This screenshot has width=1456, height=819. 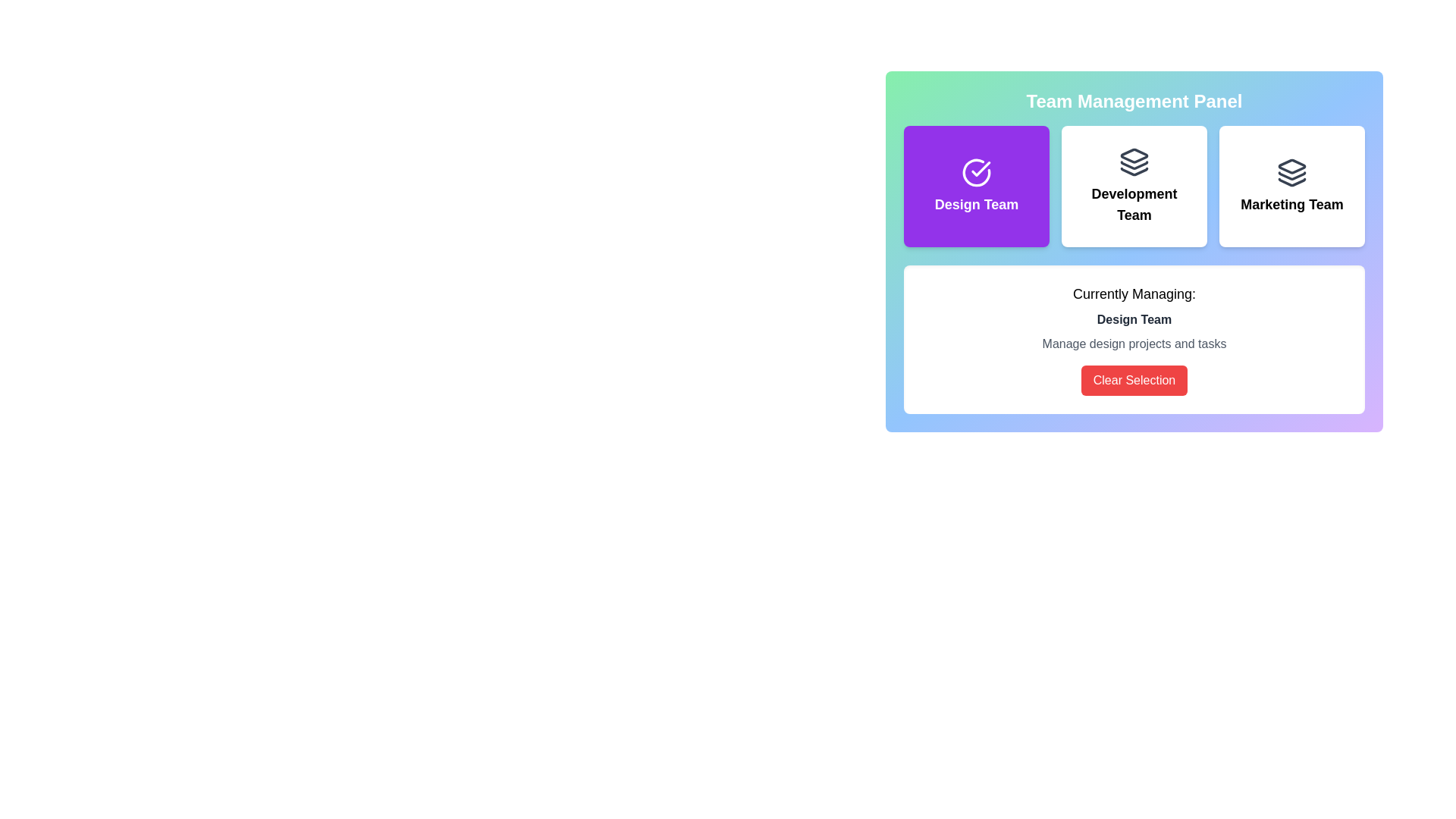 What do you see at coordinates (1134, 186) in the screenshot?
I see `the 'Development Team' button, which is the middle card in a group of three cards, used` at bounding box center [1134, 186].